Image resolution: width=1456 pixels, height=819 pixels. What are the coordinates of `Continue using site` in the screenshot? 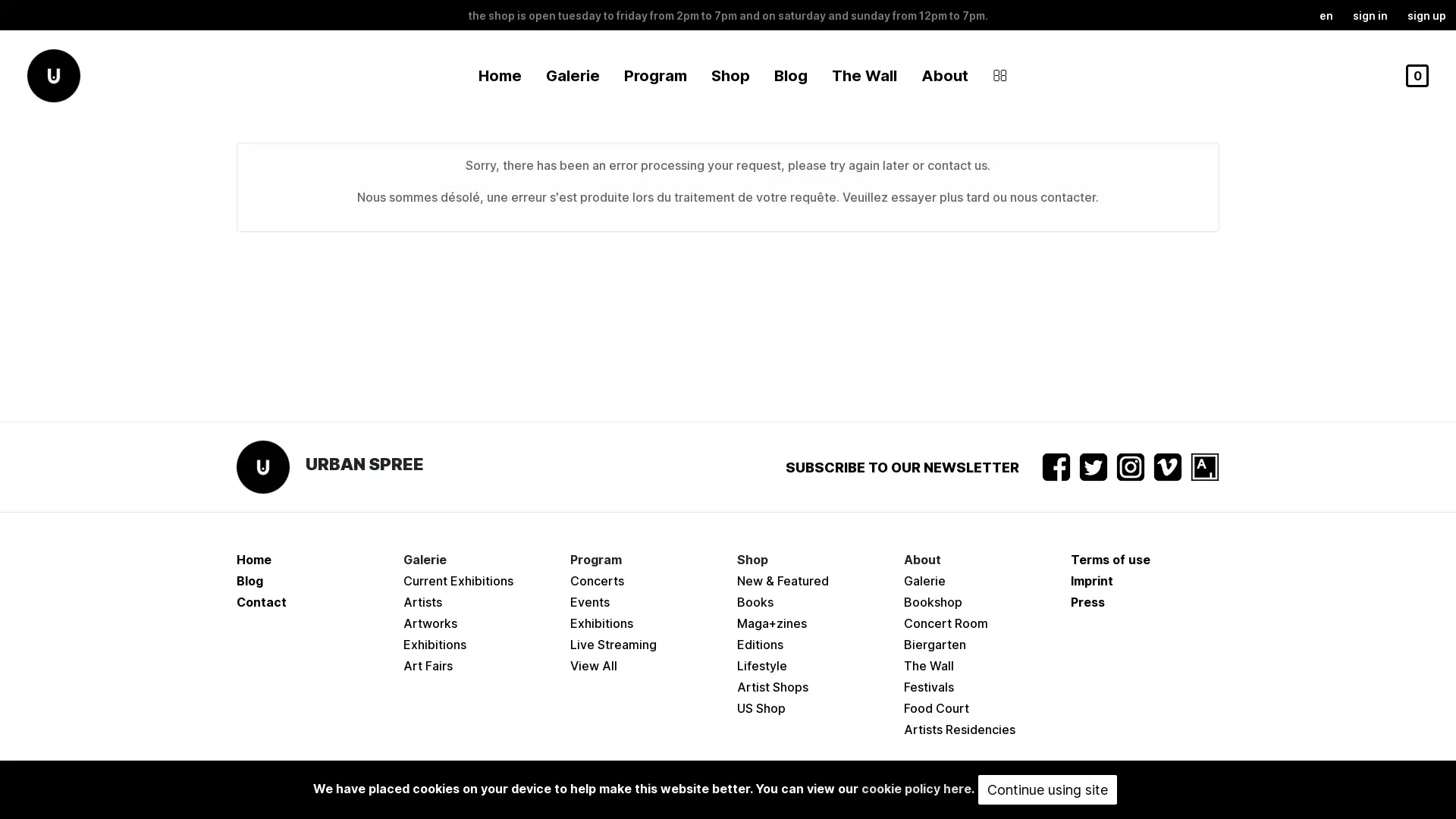 It's located at (1046, 789).